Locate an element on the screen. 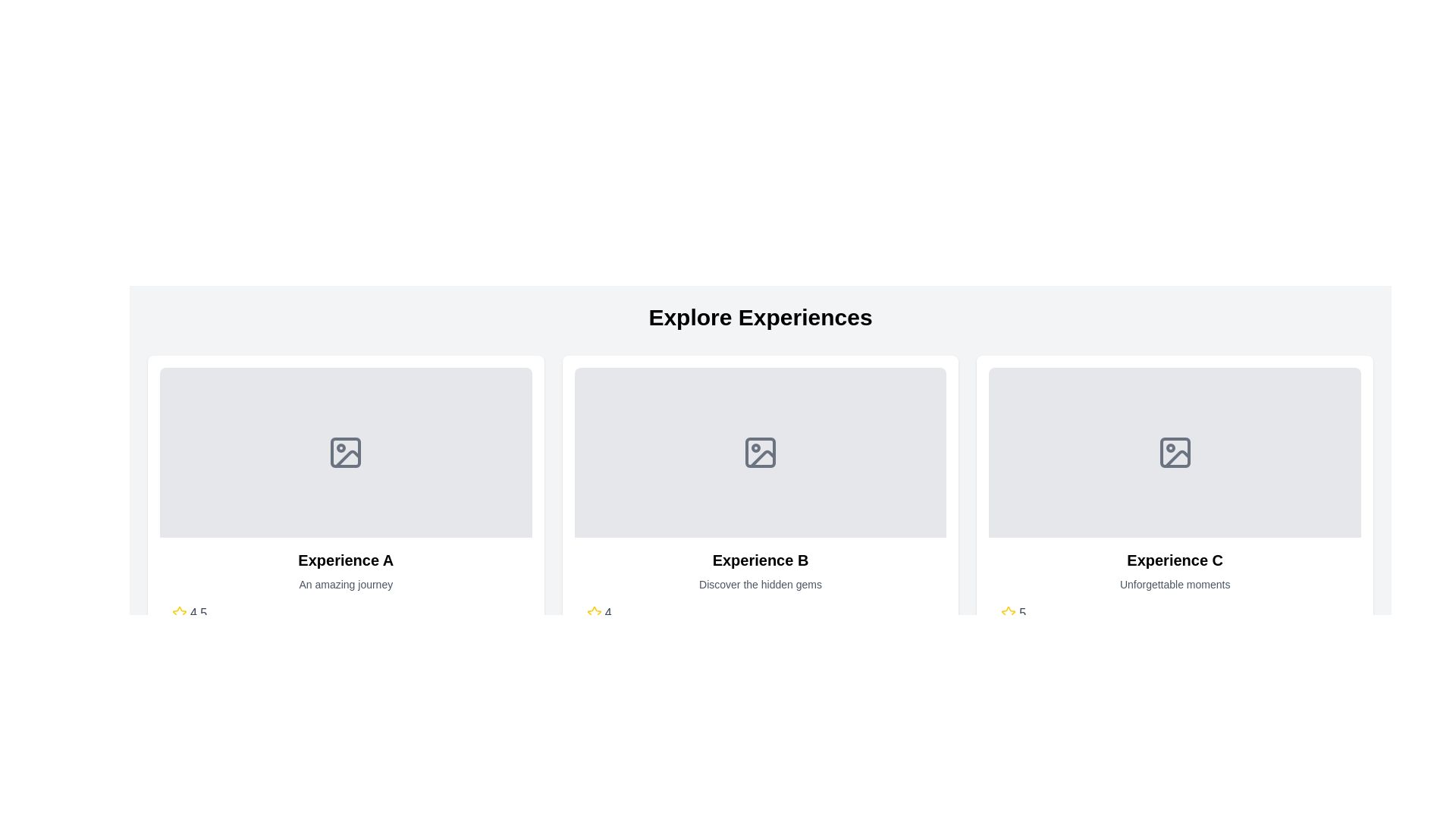  the star icon representing a high rating (5 stars) for the associated content in the 'Experience C' section, located to the left of the numeric rating value '5' is located at coordinates (1009, 613).